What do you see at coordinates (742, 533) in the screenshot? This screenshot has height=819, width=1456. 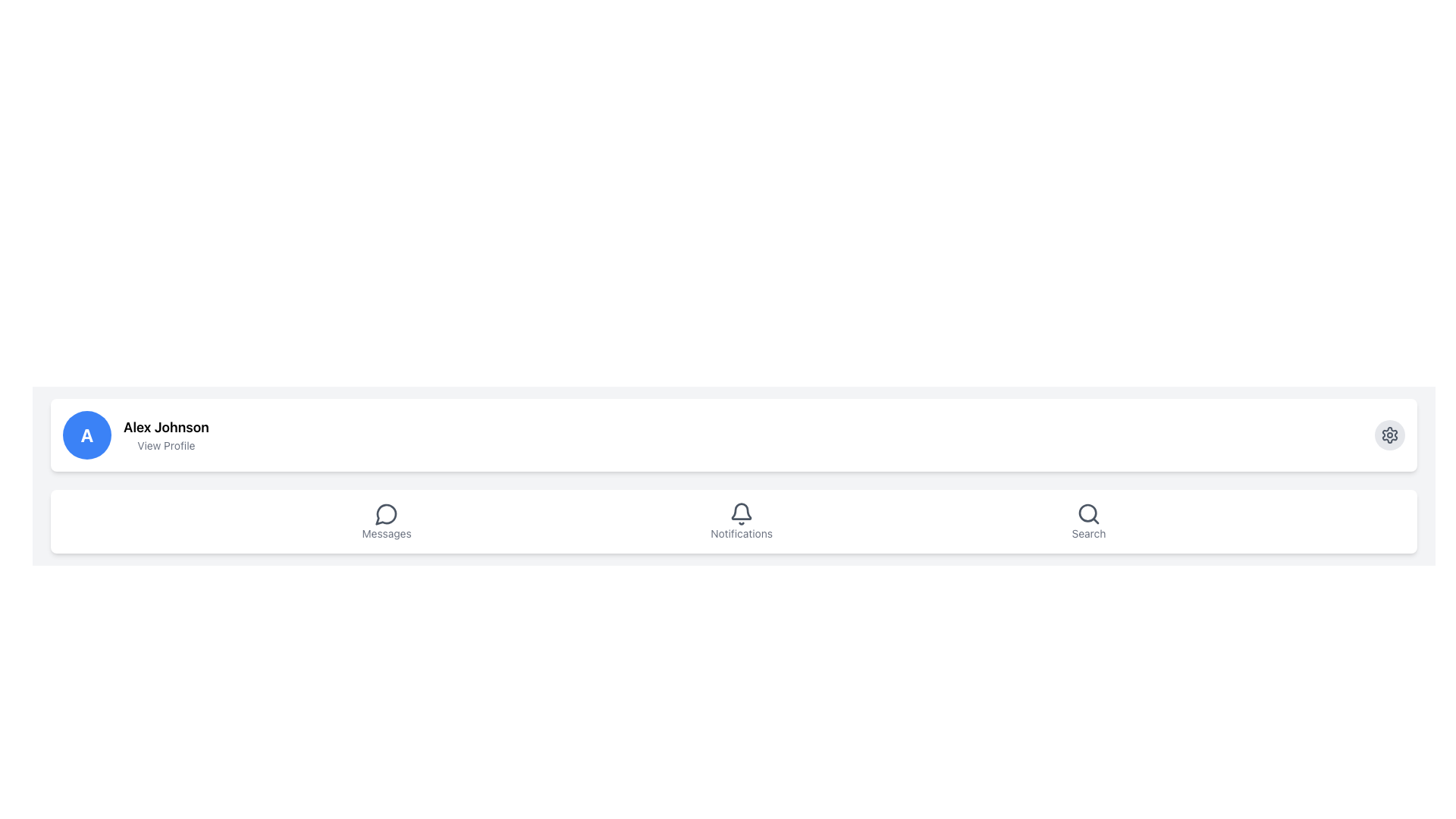 I see `the label that identifies the purpose of the associated bell icon for notifications, located centered underneath the bell icon in the navigation bar` at bounding box center [742, 533].